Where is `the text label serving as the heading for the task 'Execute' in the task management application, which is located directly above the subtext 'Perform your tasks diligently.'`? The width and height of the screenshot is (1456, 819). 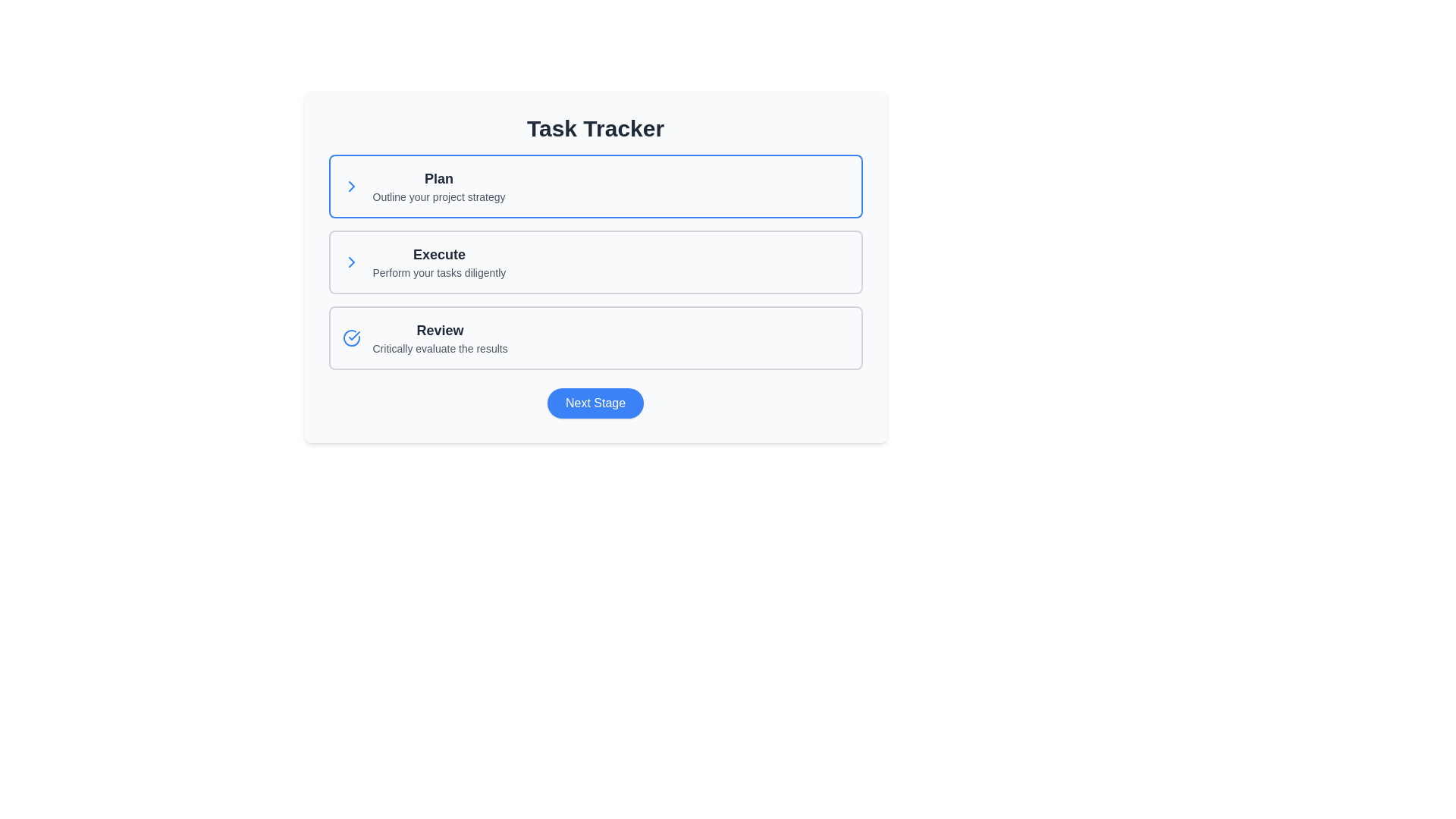
the text label serving as the heading for the task 'Execute' in the task management application, which is located directly above the subtext 'Perform your tasks diligently.' is located at coordinates (438, 253).